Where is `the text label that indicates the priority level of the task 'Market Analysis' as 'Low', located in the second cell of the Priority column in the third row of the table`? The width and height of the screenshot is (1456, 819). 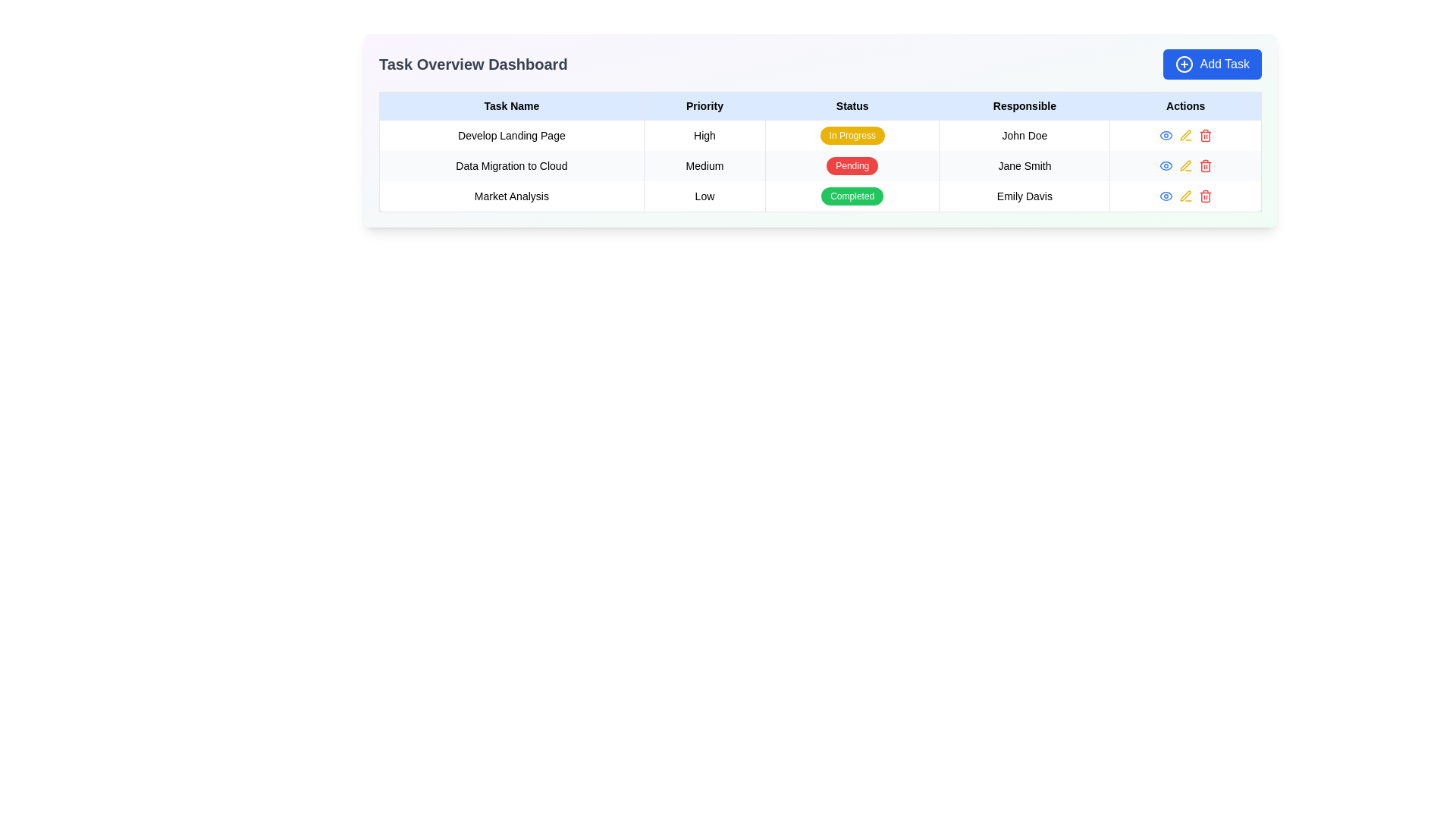 the text label that indicates the priority level of the task 'Market Analysis' as 'Low', located in the second cell of the Priority column in the third row of the table is located at coordinates (704, 196).